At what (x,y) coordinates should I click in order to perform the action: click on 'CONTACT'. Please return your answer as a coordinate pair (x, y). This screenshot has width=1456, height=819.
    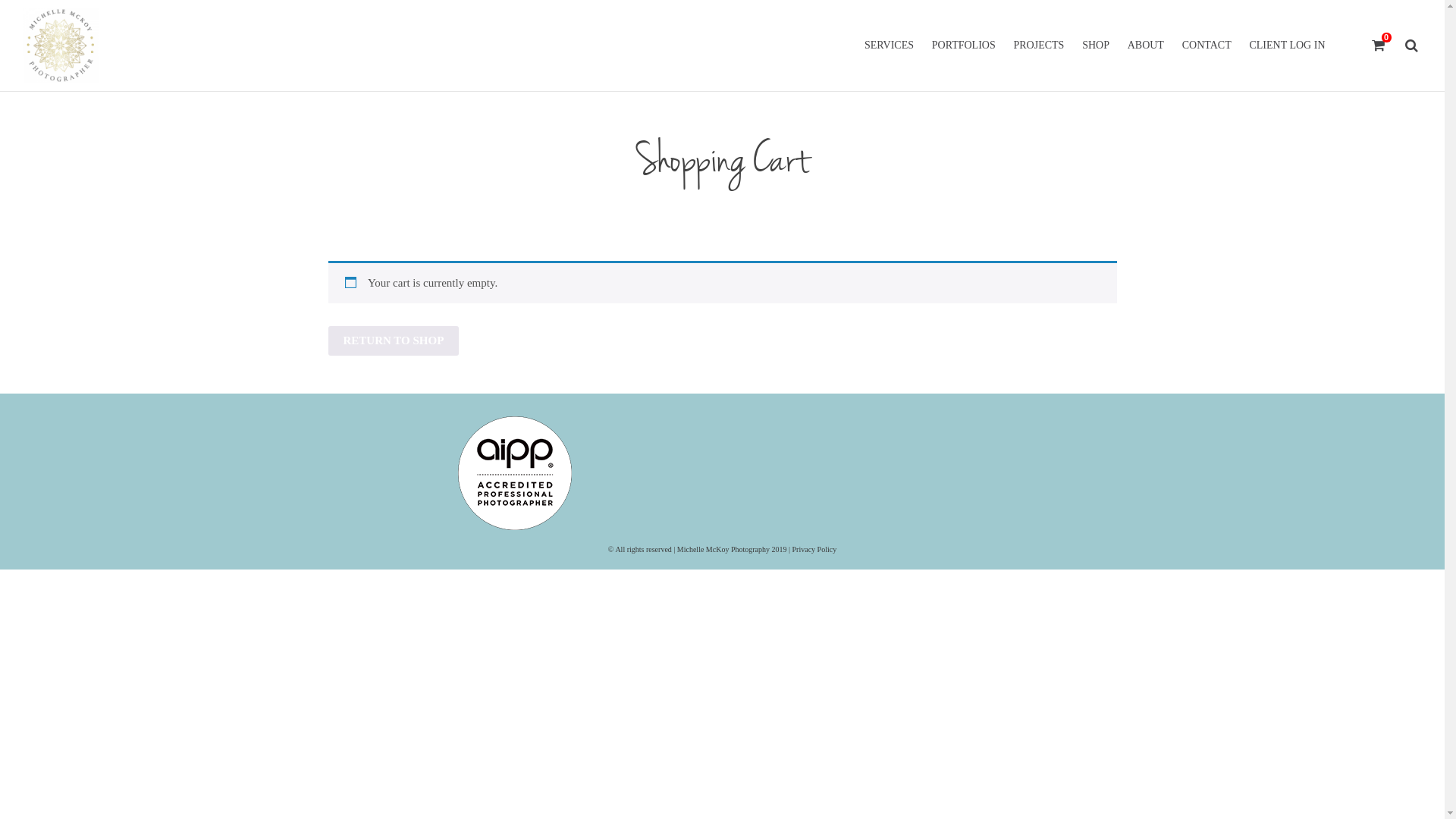
    Looking at the image, I should click on (1206, 45).